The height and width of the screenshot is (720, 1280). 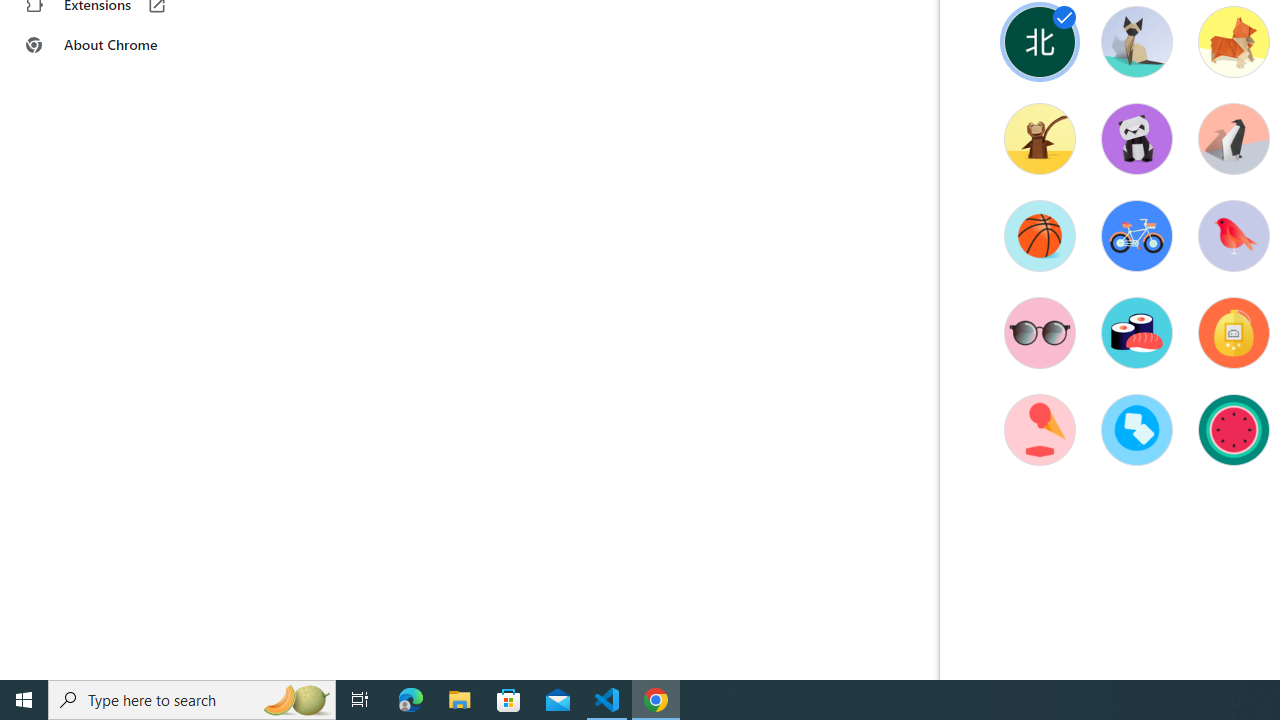 What do you see at coordinates (459, 698) in the screenshot?
I see `'File Explorer'` at bounding box center [459, 698].